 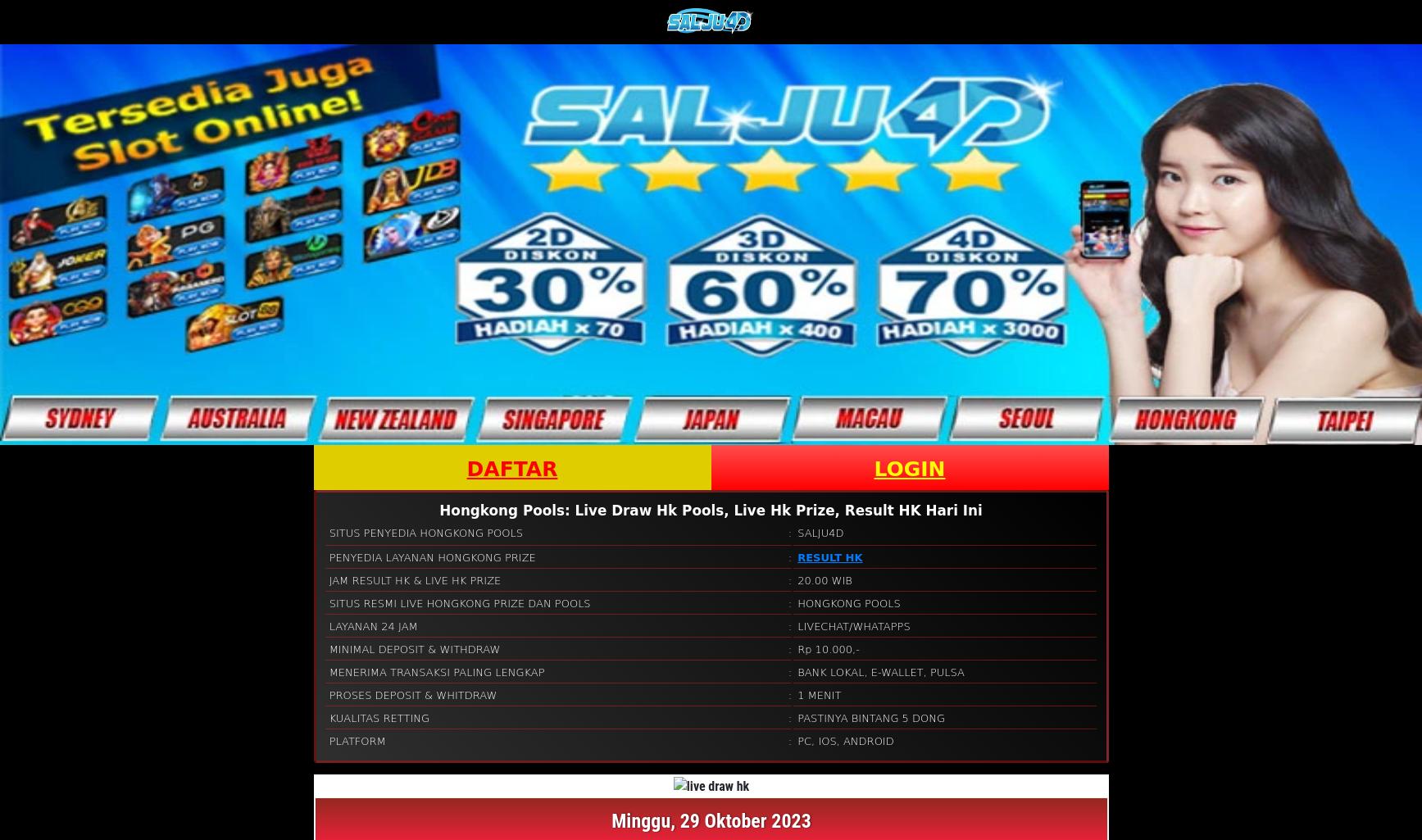 I want to click on 'SITUS PENYEDIA HONGKONG POOLS', so click(x=425, y=531).